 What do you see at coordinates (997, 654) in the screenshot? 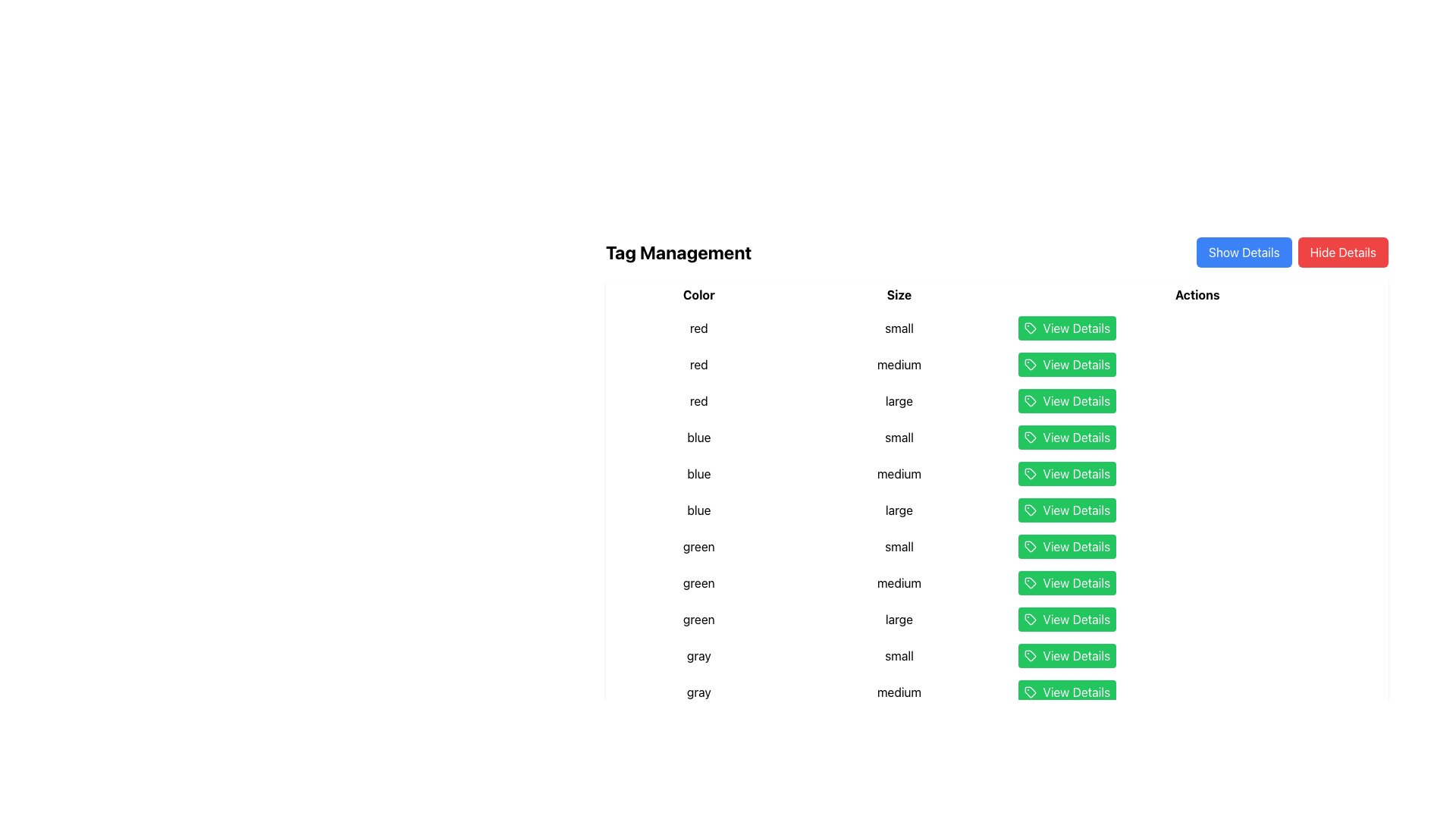
I see `the 'View Details' button in the 10th row of the table indicating a 'gray' item of 'small' size` at bounding box center [997, 654].